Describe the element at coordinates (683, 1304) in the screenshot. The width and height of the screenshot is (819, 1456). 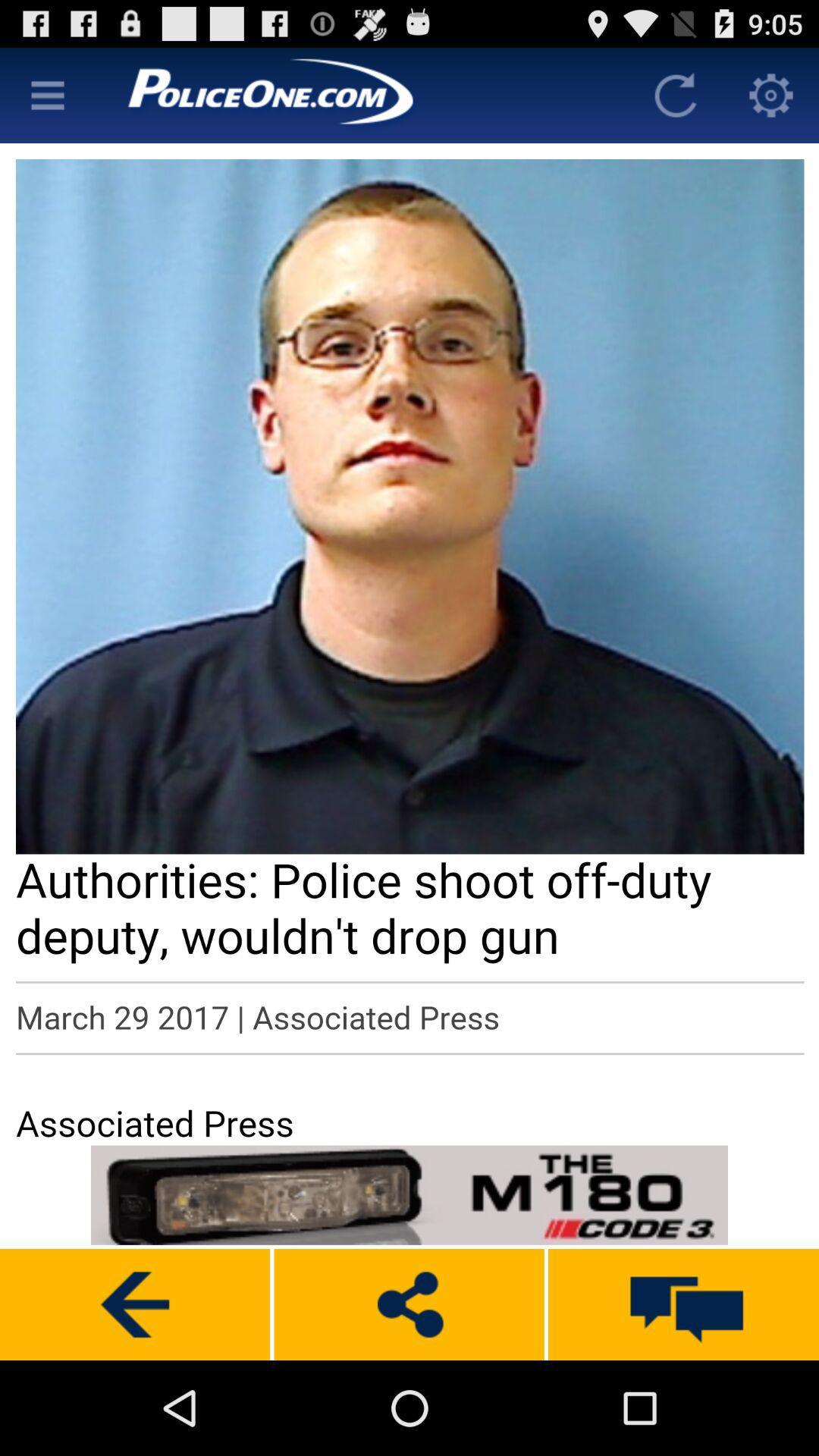
I see `chat box` at that location.